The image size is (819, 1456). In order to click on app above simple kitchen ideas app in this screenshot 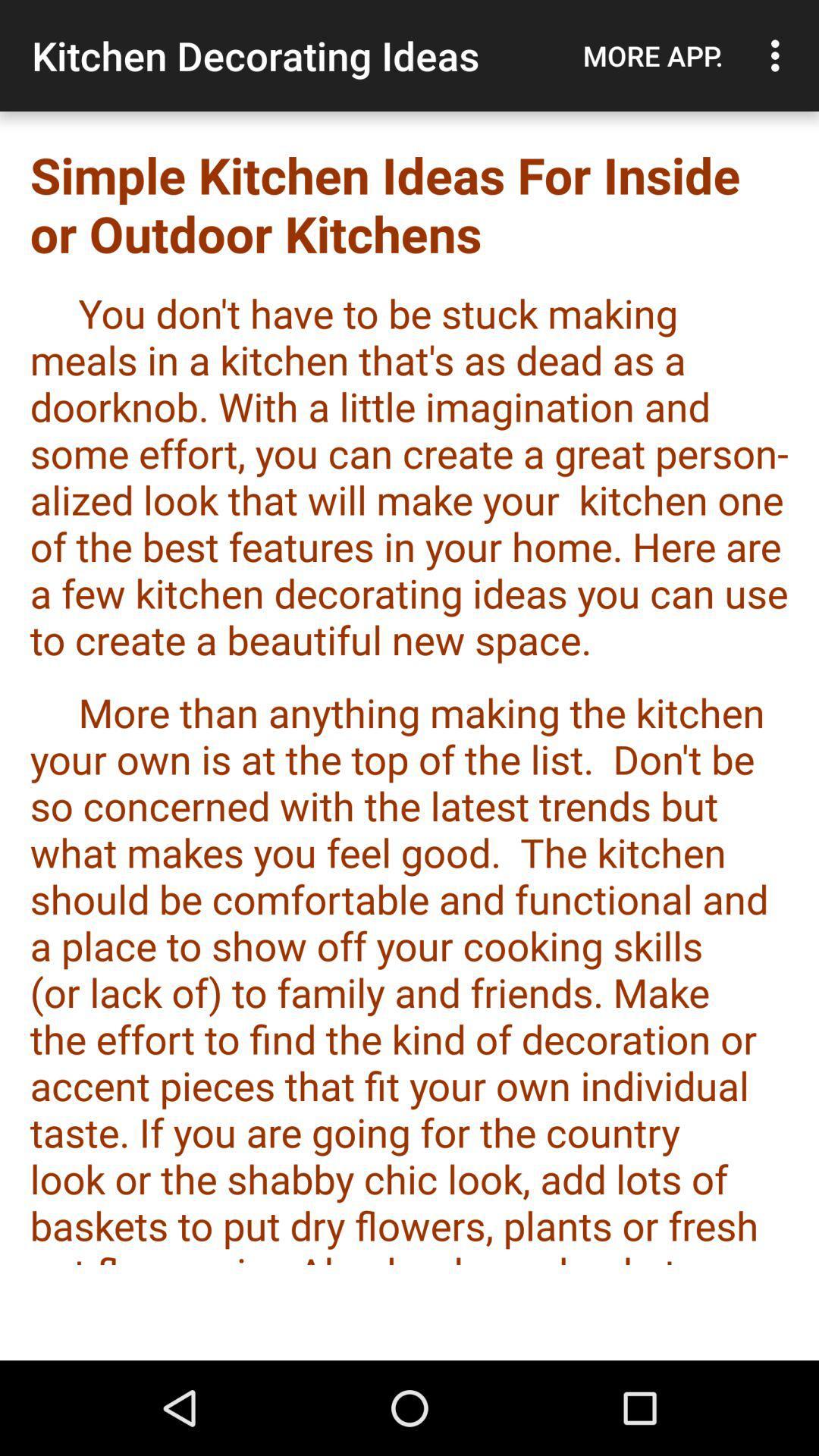, I will do `click(652, 55)`.